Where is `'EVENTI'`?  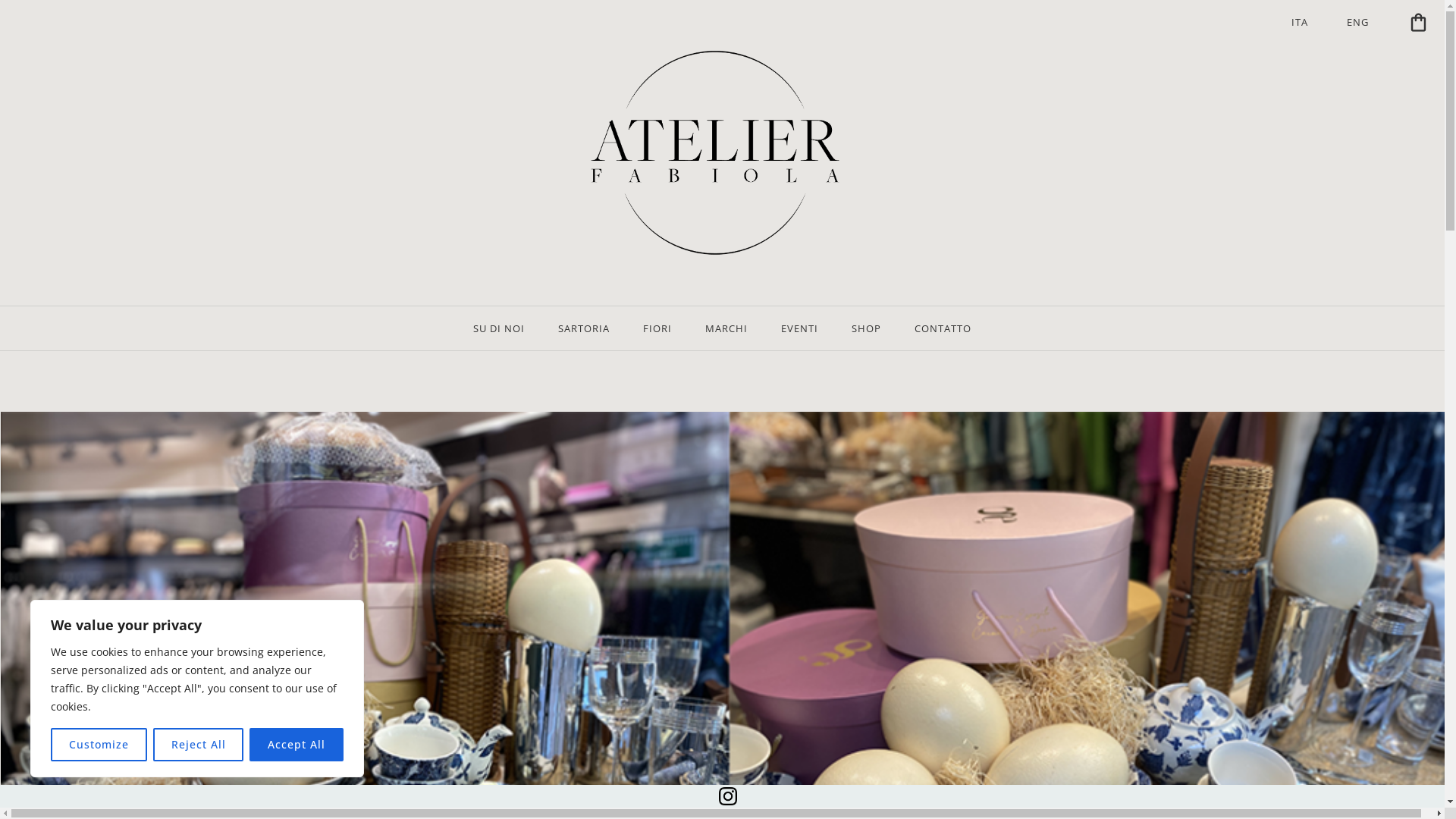
'EVENTI' is located at coordinates (799, 327).